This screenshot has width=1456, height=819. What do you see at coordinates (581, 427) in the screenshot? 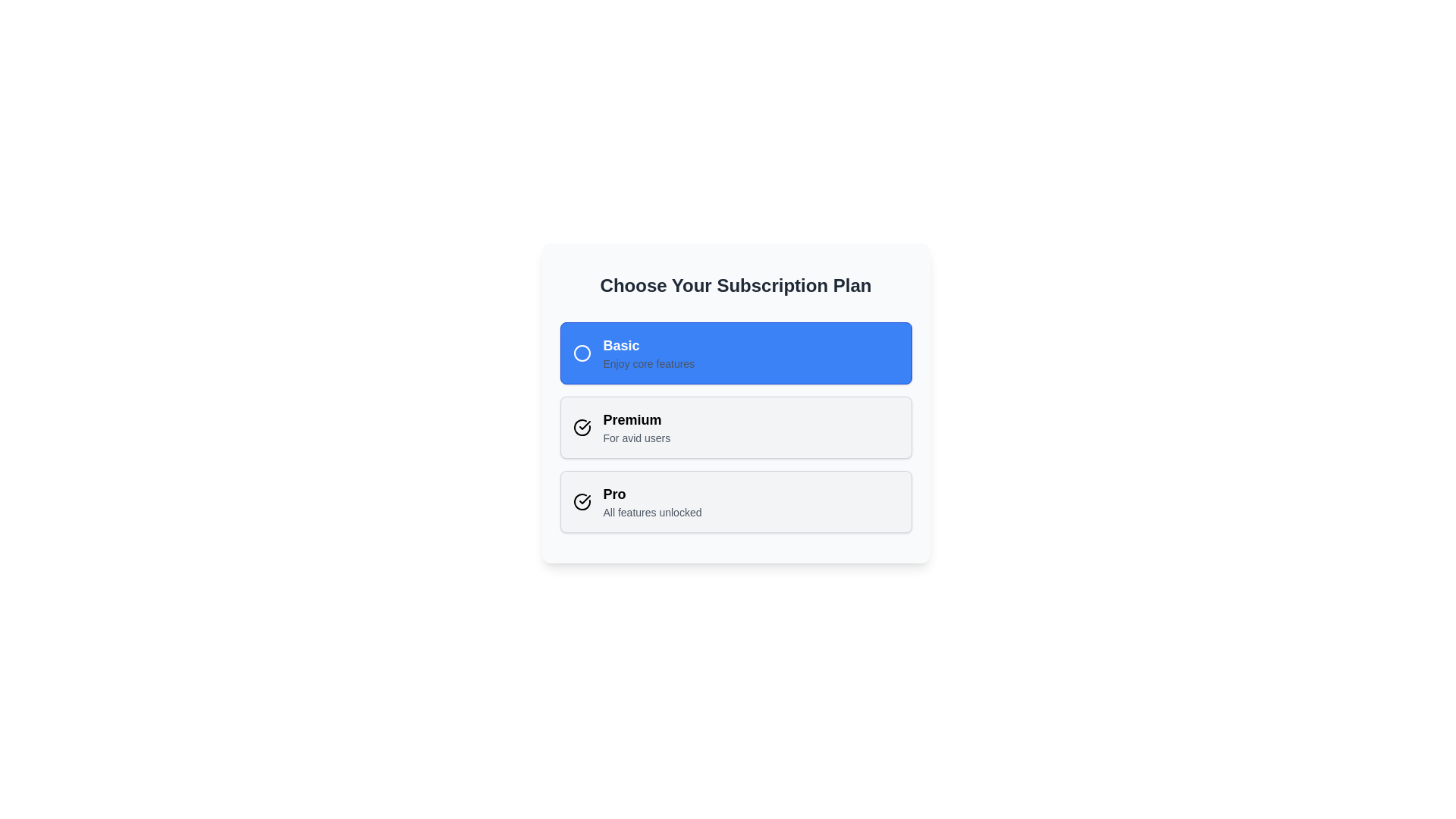
I see `the circular icon with a checkmark inside it, located in the leftmost section of the 'Premium' selection panel` at bounding box center [581, 427].